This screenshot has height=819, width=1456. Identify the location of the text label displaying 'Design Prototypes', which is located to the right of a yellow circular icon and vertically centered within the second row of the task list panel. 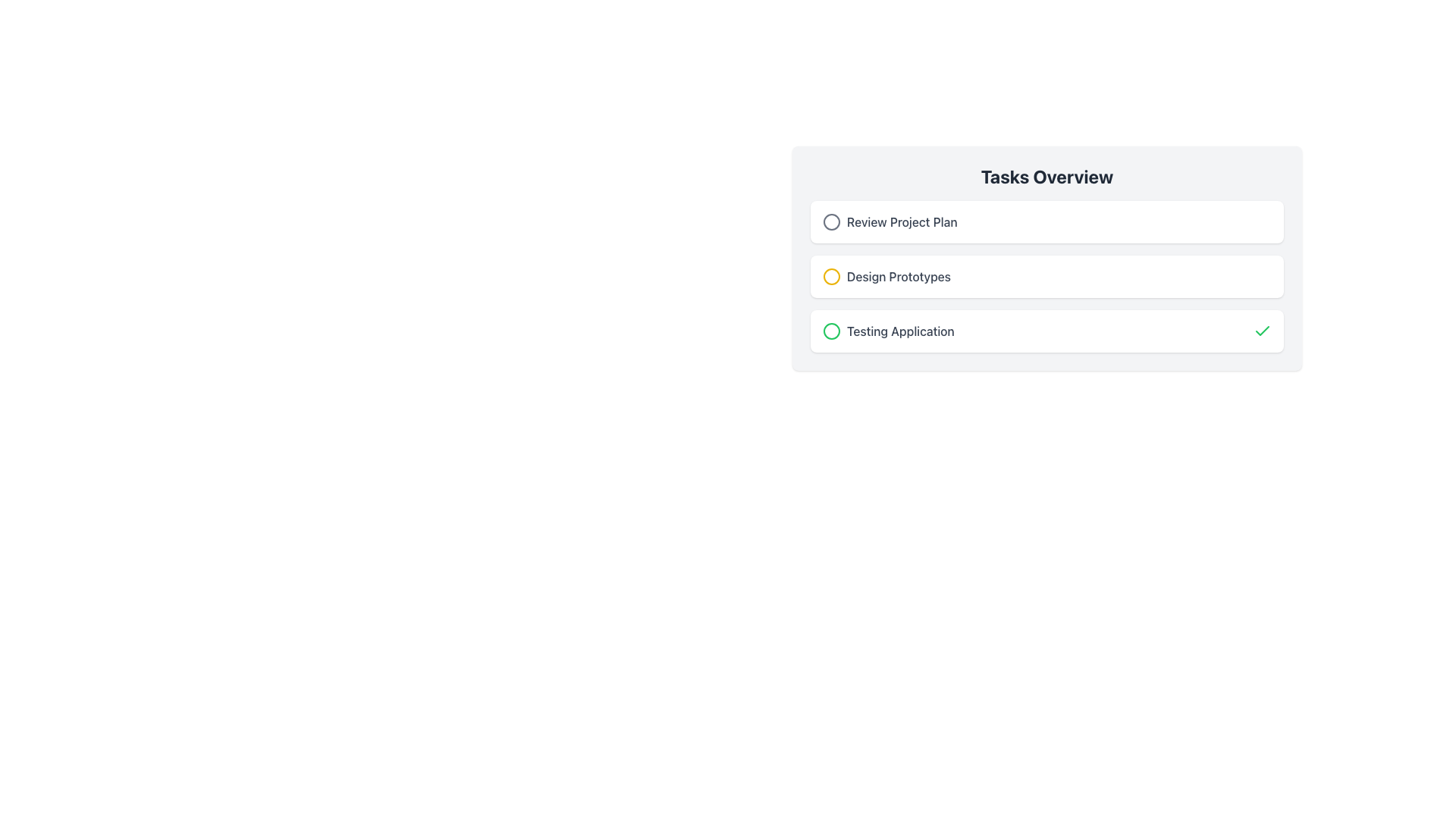
(899, 277).